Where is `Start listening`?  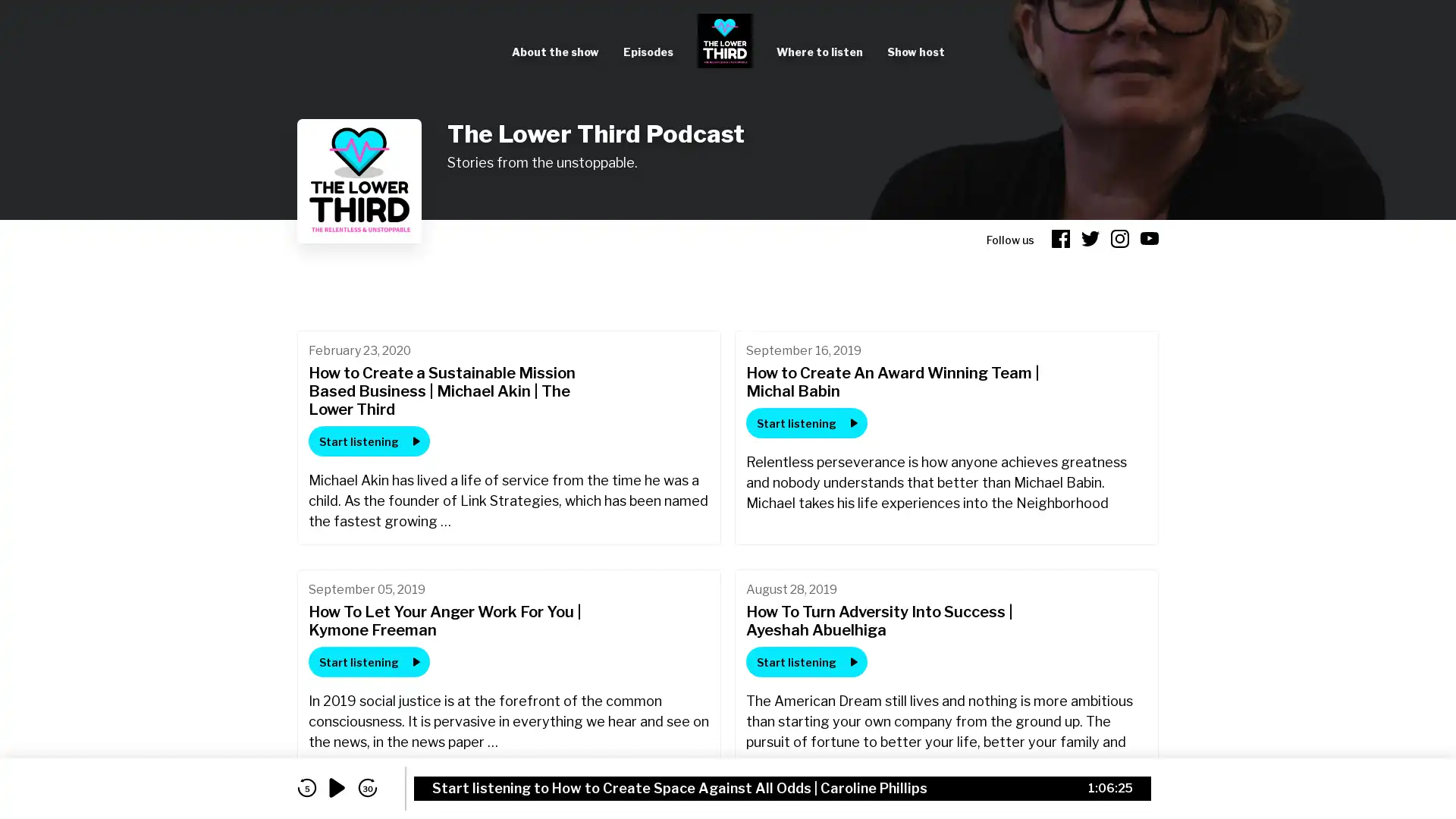
Start listening is located at coordinates (806, 661).